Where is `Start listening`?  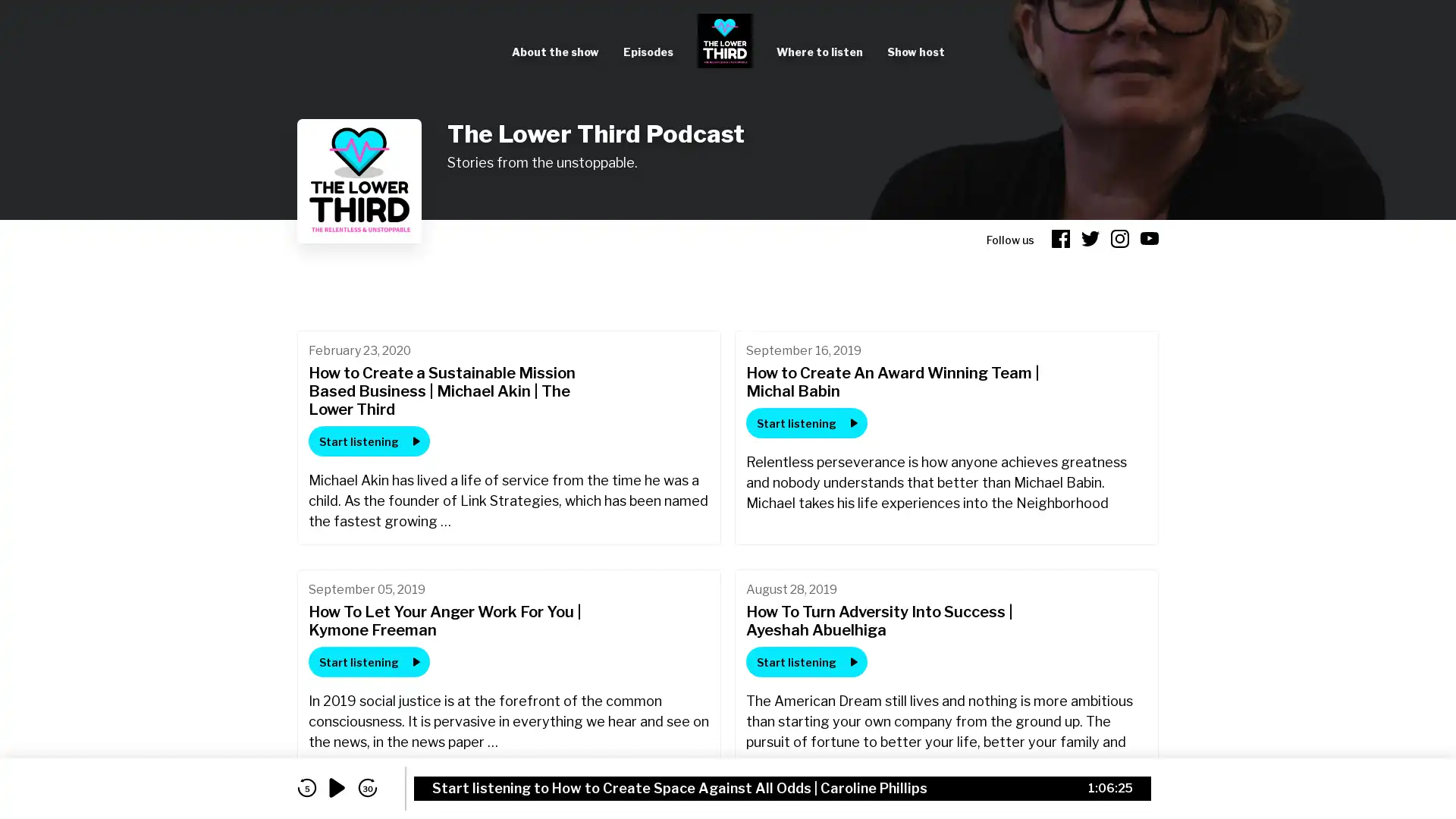
Start listening is located at coordinates (806, 661).